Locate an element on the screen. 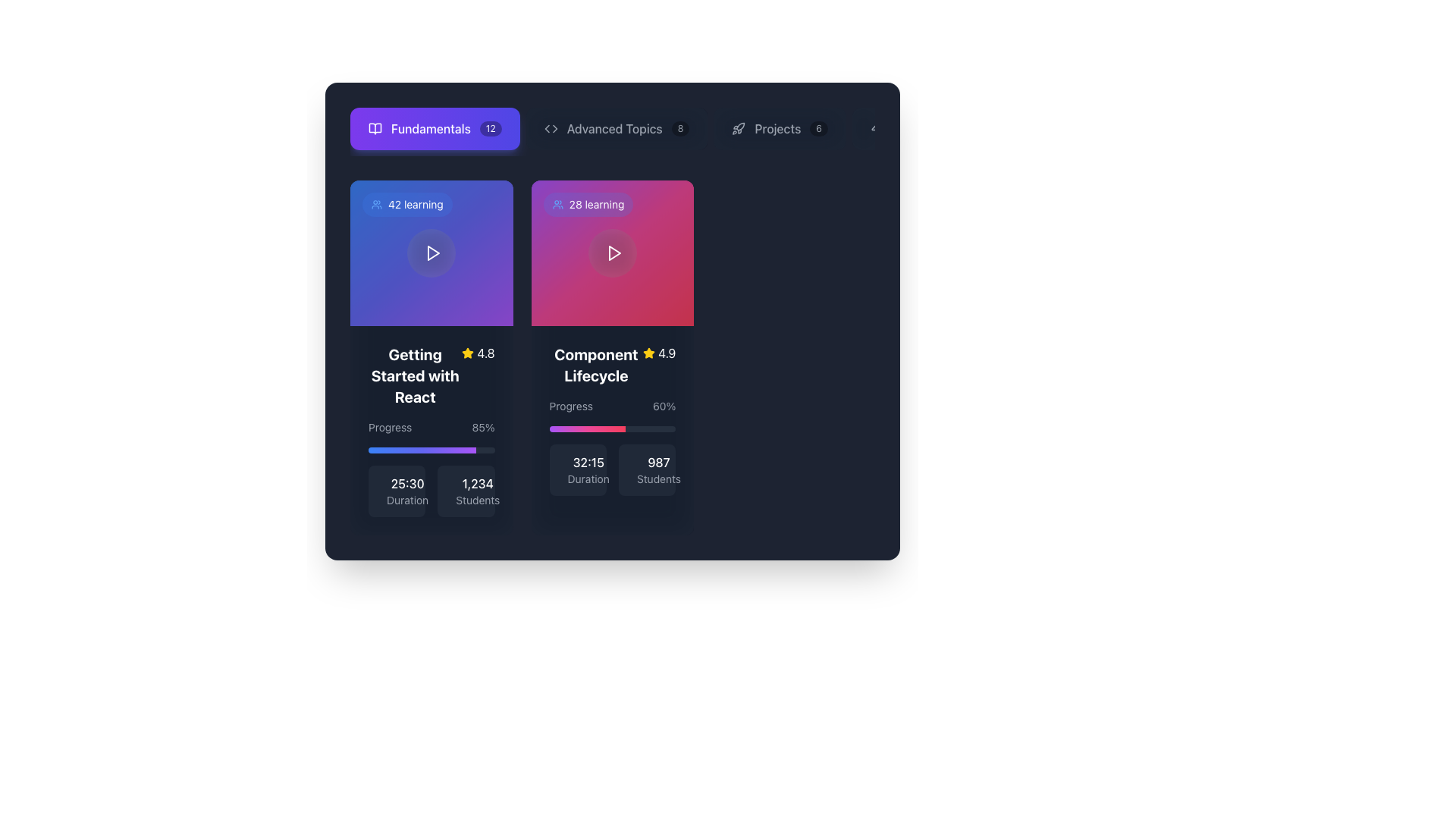 This screenshot has width=1456, height=819. the progress bar indicating 60% completion of the 'Component Lifecycle' module, located in the mid-lower part of the card titled 'Component Lifecycle' is located at coordinates (612, 415).